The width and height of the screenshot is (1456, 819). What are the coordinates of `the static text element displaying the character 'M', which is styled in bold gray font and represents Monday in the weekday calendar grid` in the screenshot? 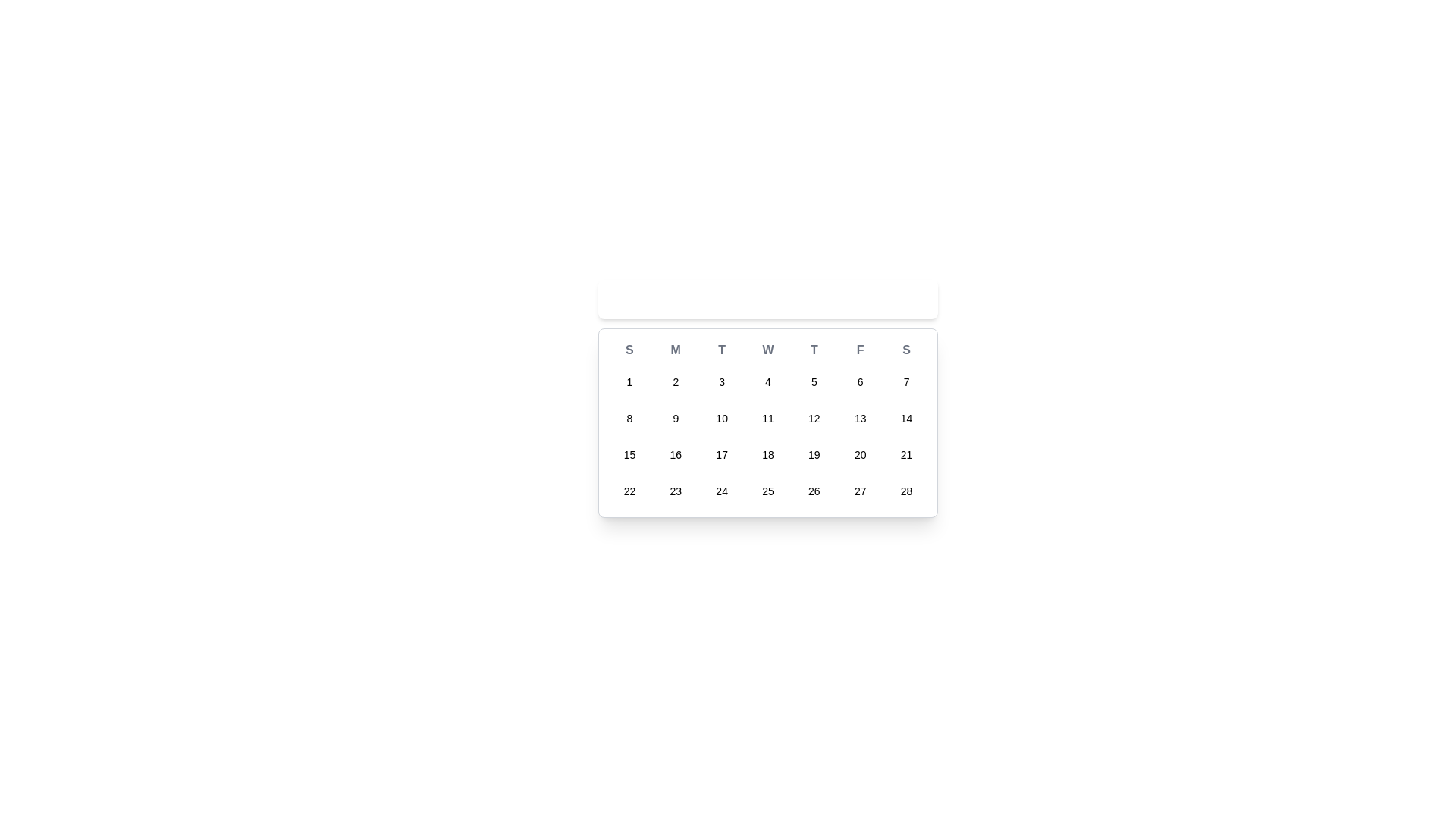 It's located at (675, 350).